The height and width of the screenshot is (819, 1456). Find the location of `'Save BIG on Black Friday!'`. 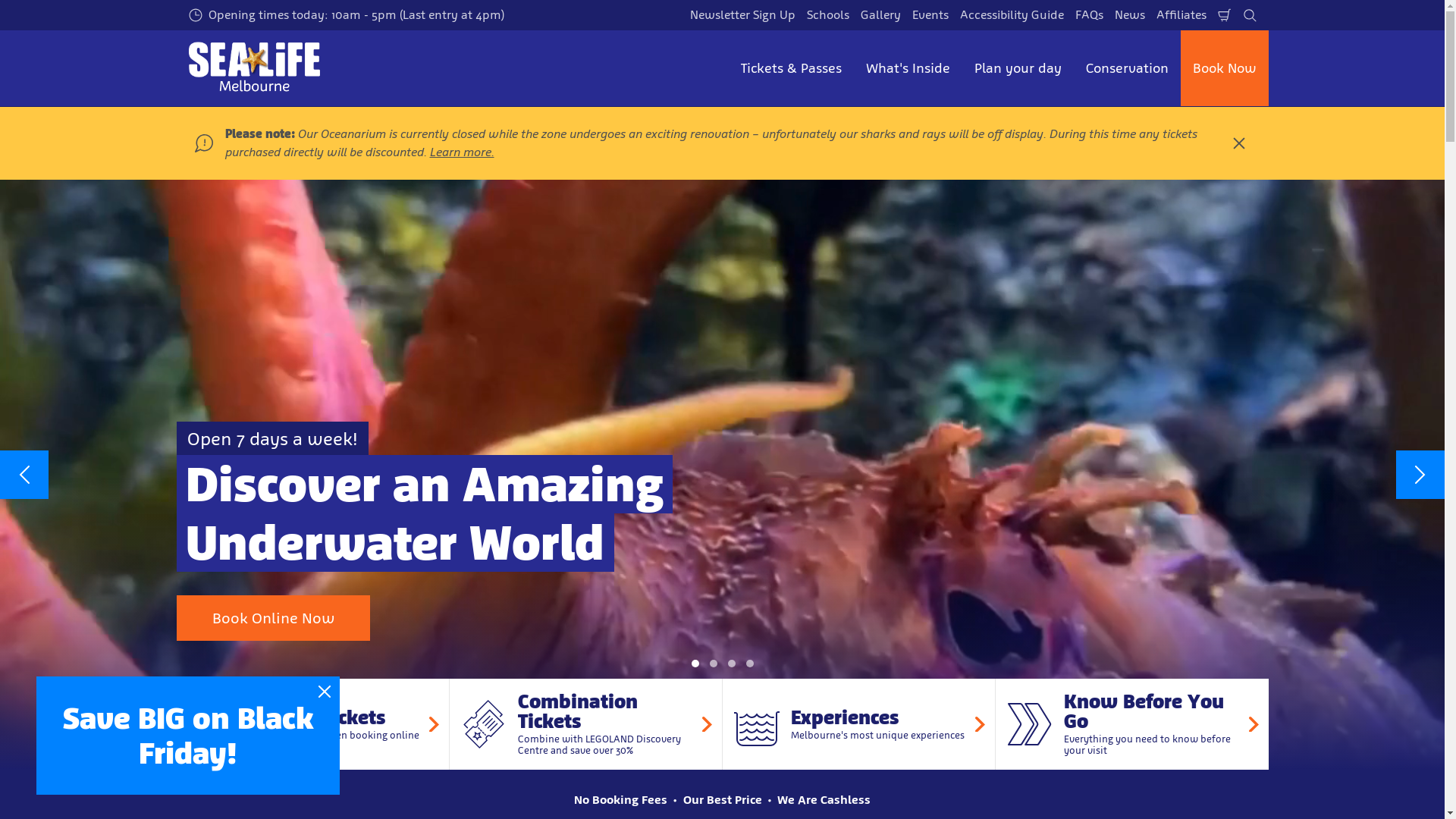

'Save BIG on Black Friday!' is located at coordinates (187, 734).